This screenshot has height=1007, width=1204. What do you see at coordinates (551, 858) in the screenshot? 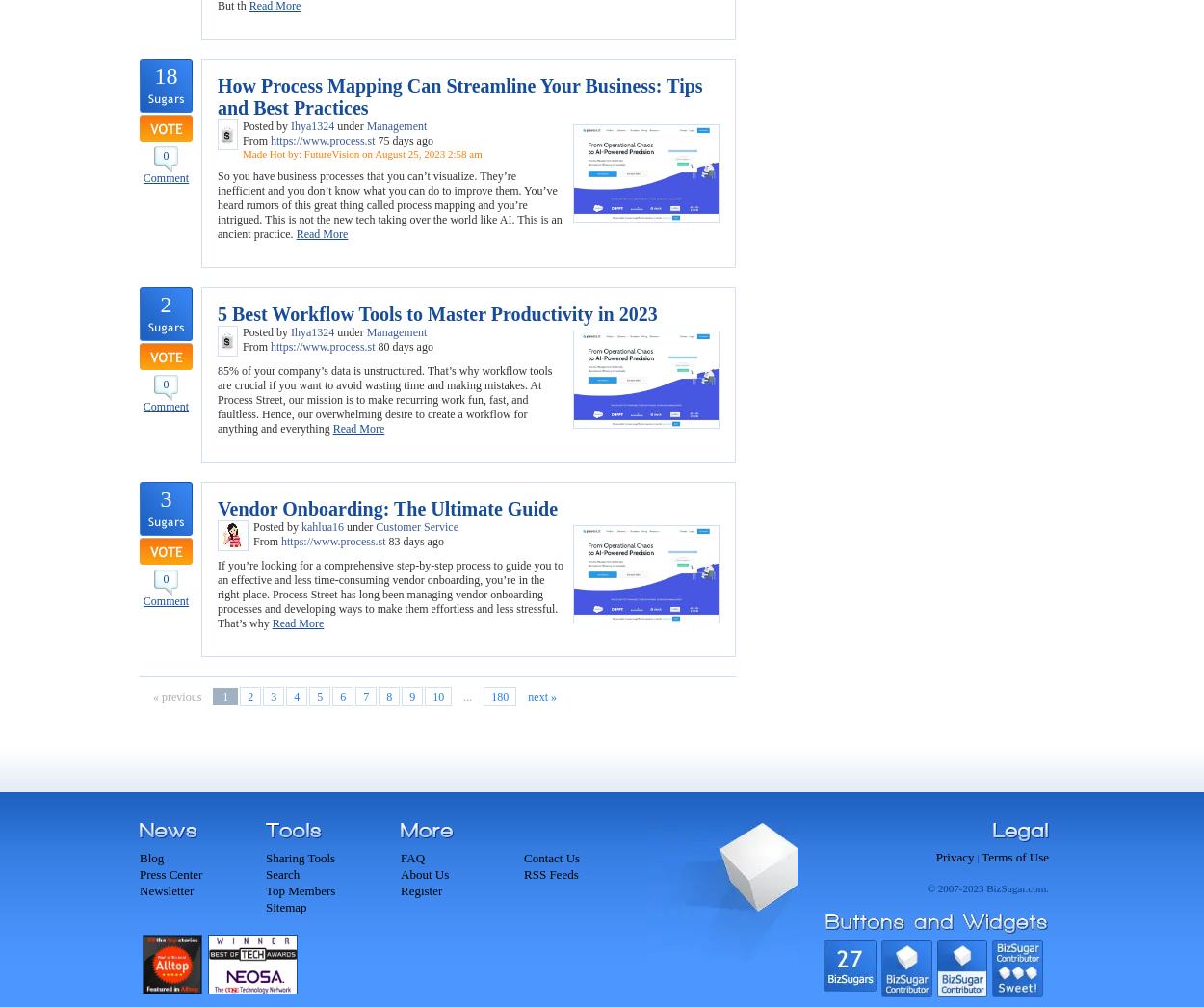
I see `'Contact Us'` at bounding box center [551, 858].